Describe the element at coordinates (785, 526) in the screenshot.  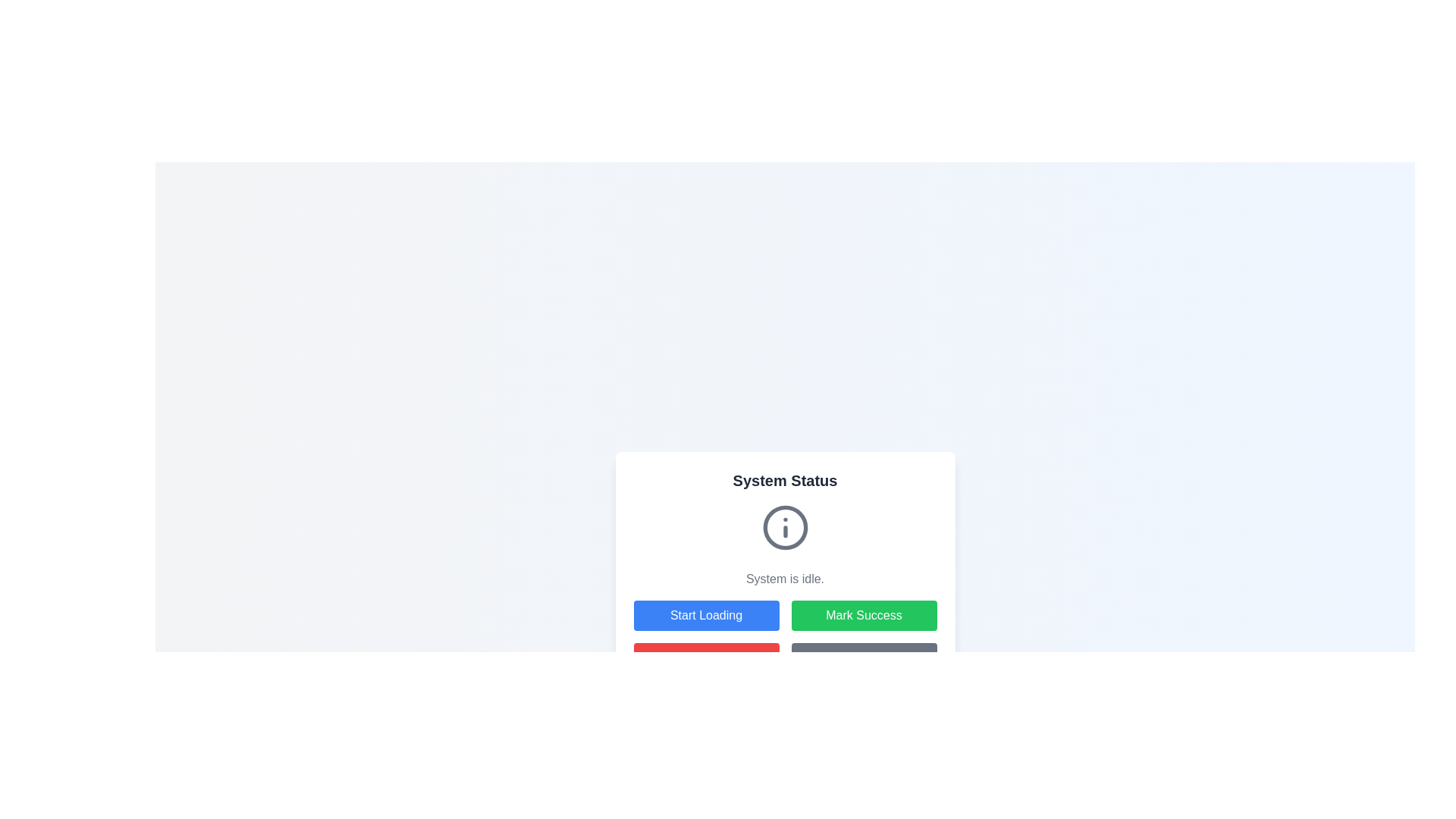
I see `the centrally located icon within the 'System Status' card to identify the information it represents` at that location.